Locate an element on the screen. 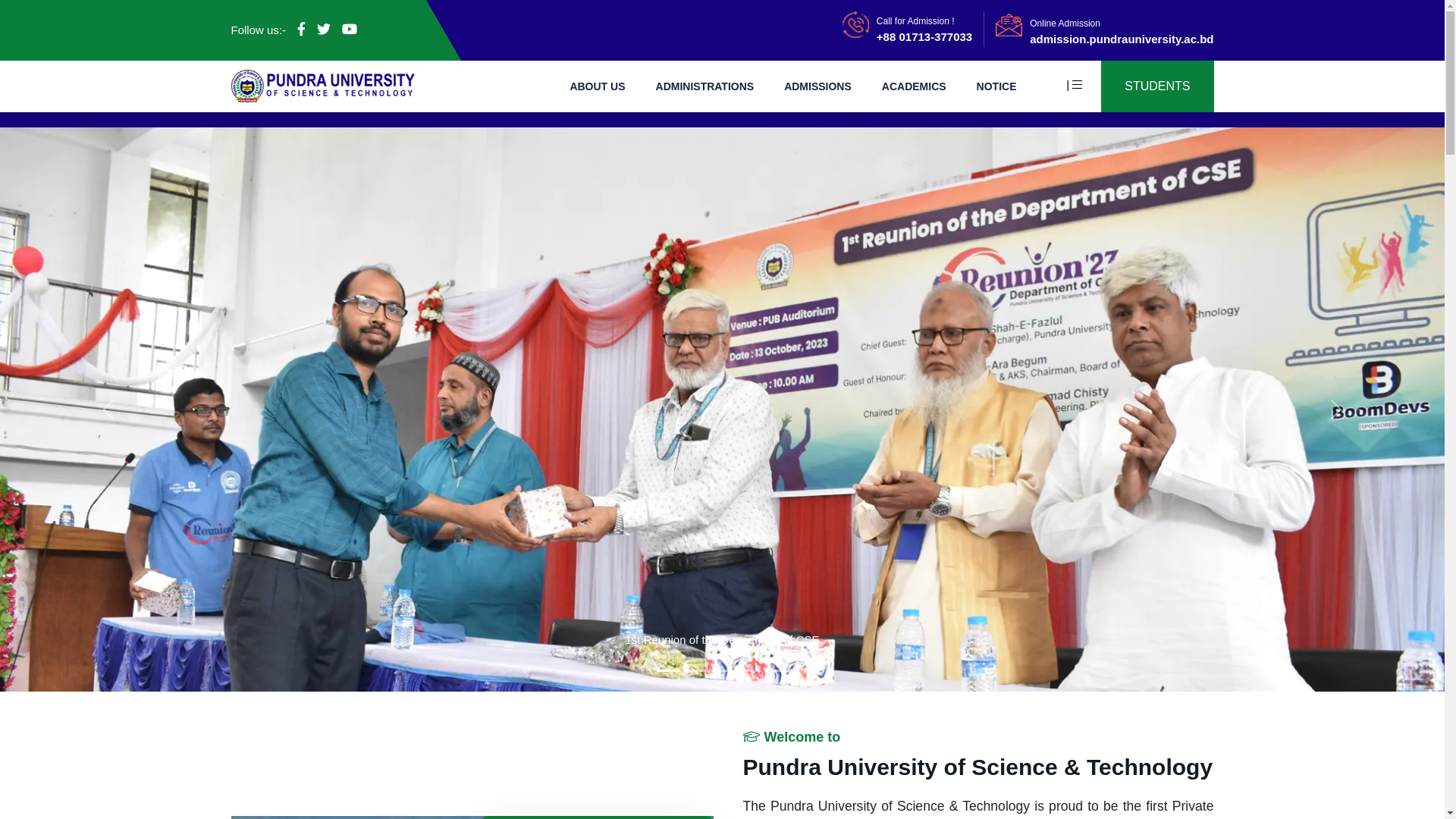  'admission.pundrauniversity.ac.bd' is located at coordinates (1121, 37).